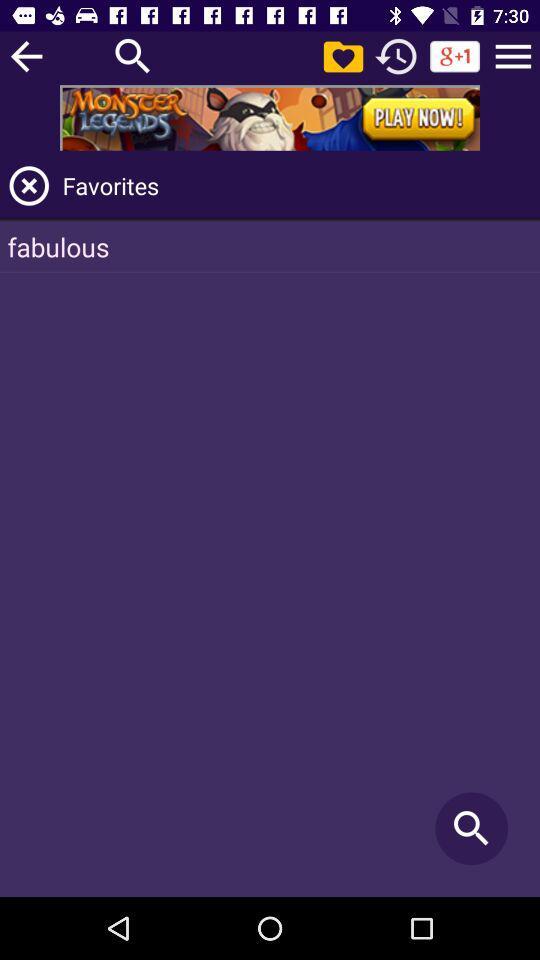  I want to click on pictures, so click(342, 55).